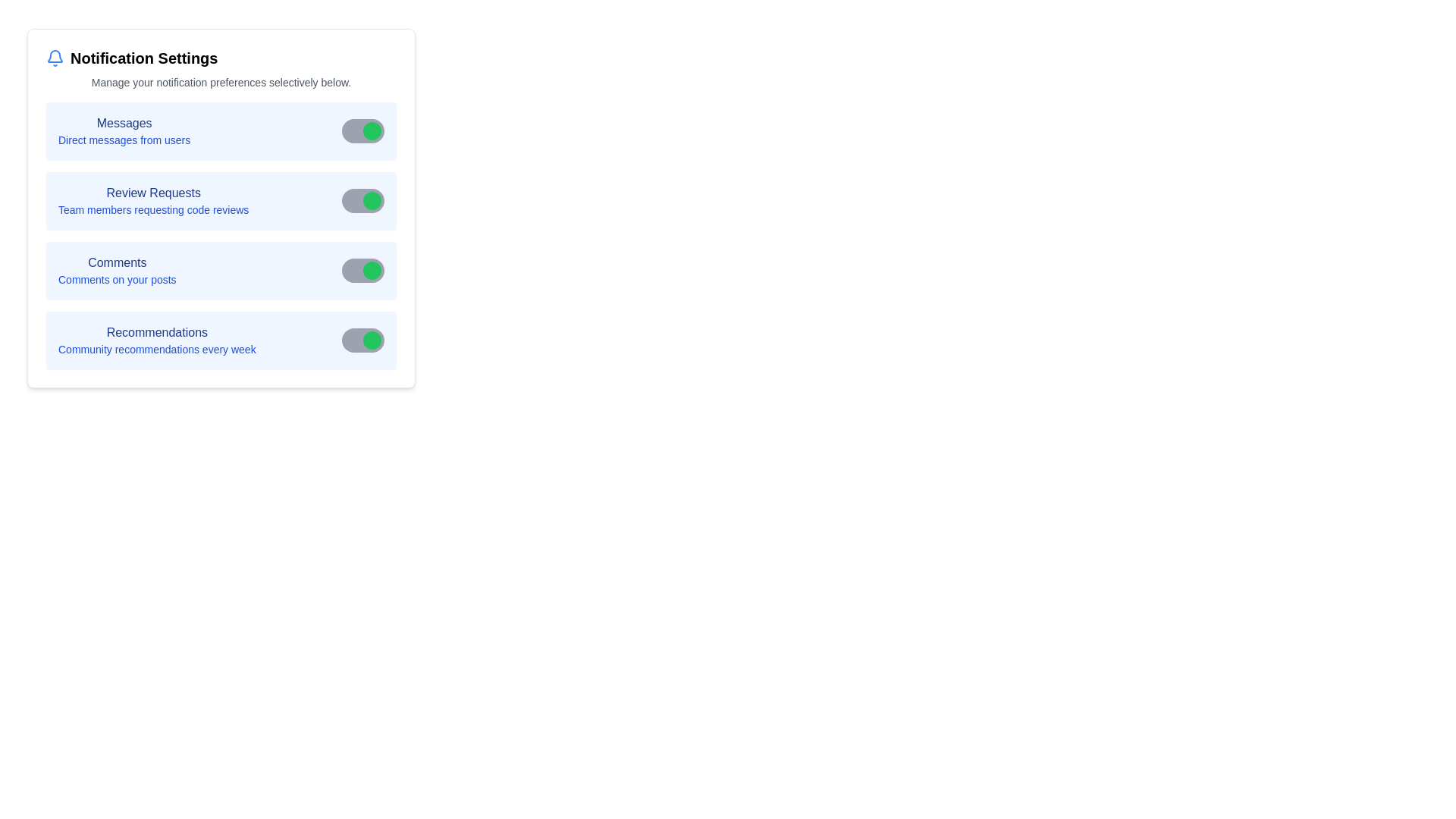  I want to click on the bell-shaped notification icon located near the header text 'Notification Settings', so click(55, 55).